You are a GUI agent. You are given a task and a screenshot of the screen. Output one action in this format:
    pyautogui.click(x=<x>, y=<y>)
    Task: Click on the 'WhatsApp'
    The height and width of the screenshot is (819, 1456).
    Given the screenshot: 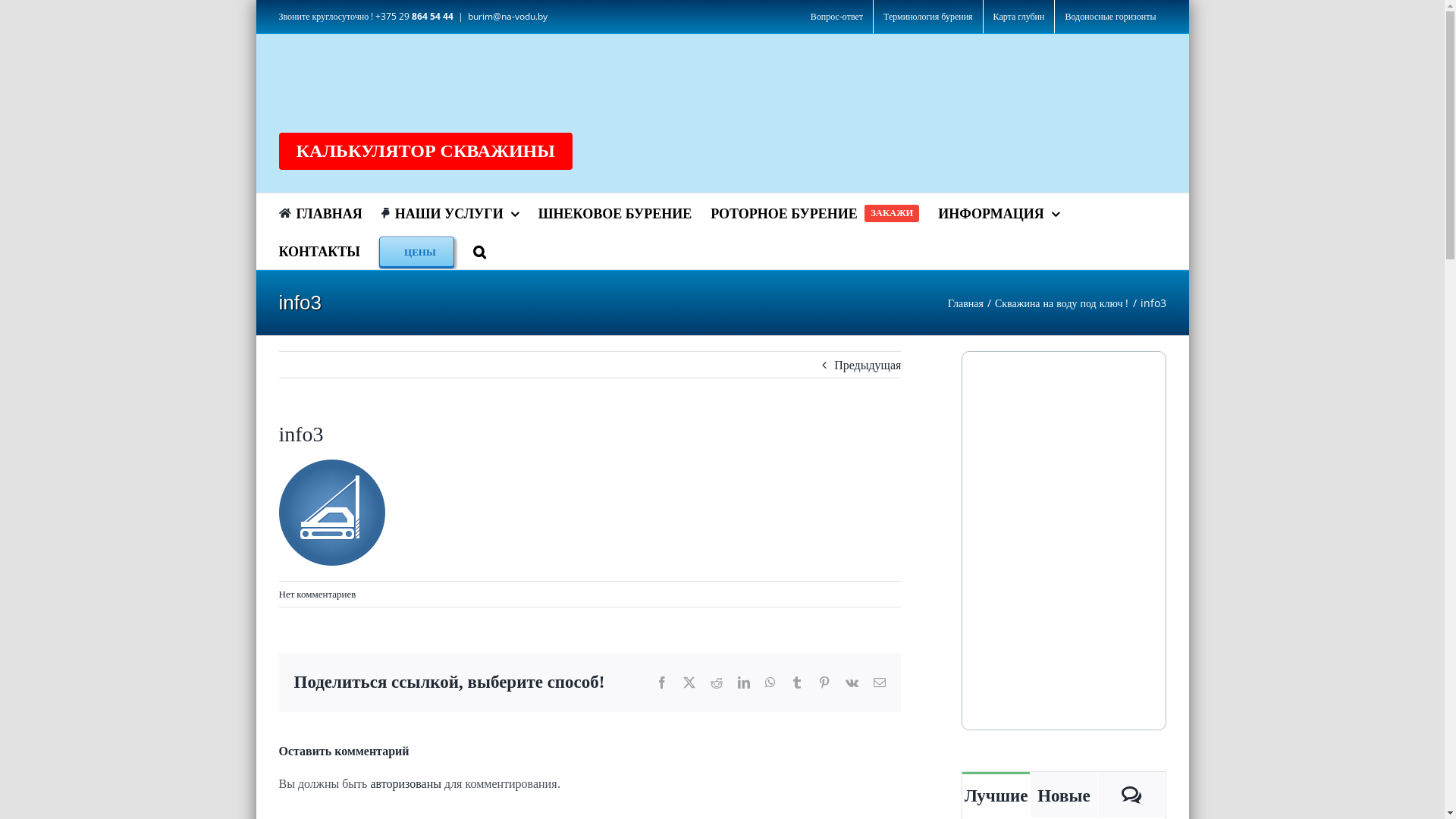 What is the action you would take?
    pyautogui.click(x=764, y=681)
    